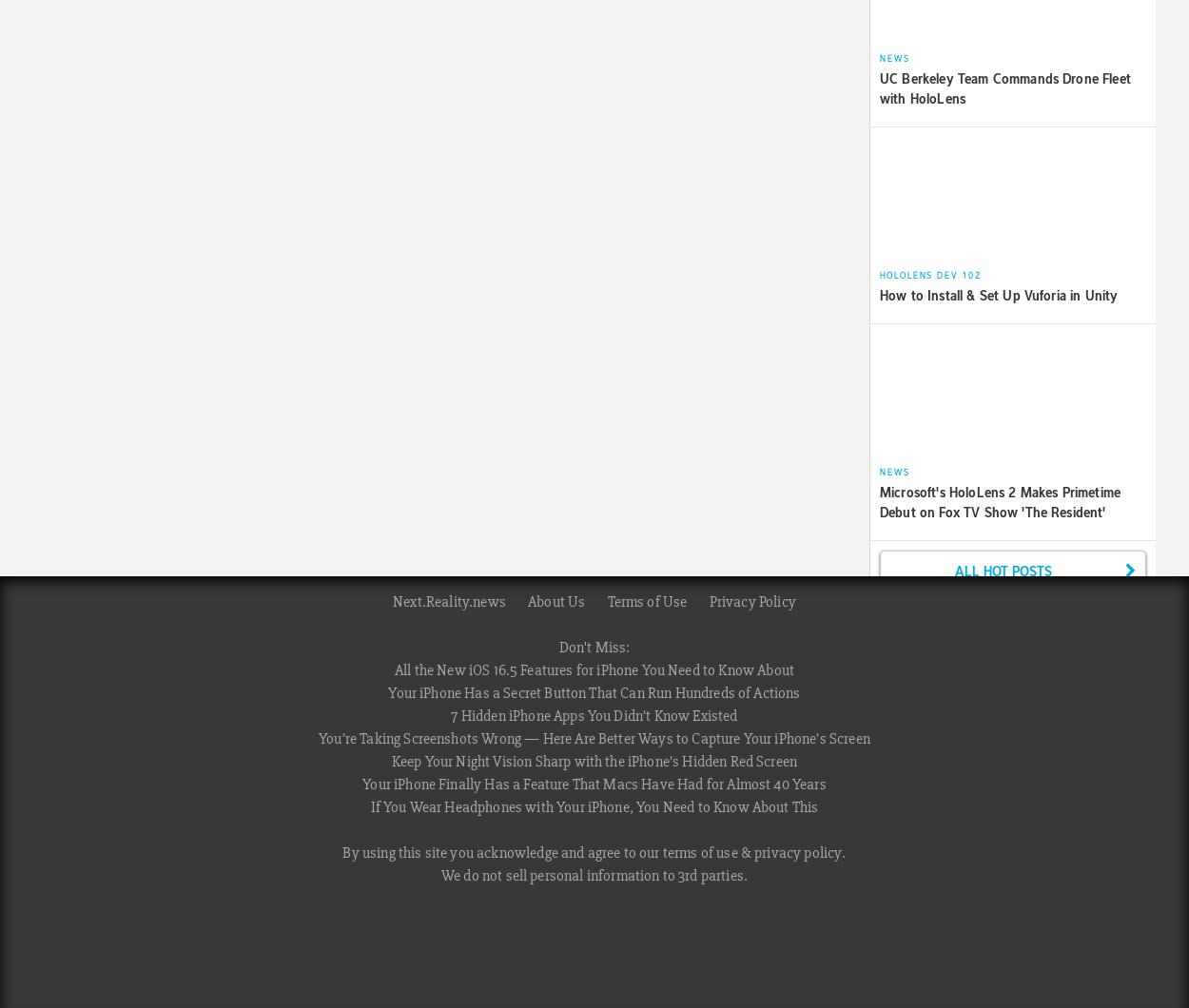  What do you see at coordinates (842, 852) in the screenshot?
I see `'.'` at bounding box center [842, 852].